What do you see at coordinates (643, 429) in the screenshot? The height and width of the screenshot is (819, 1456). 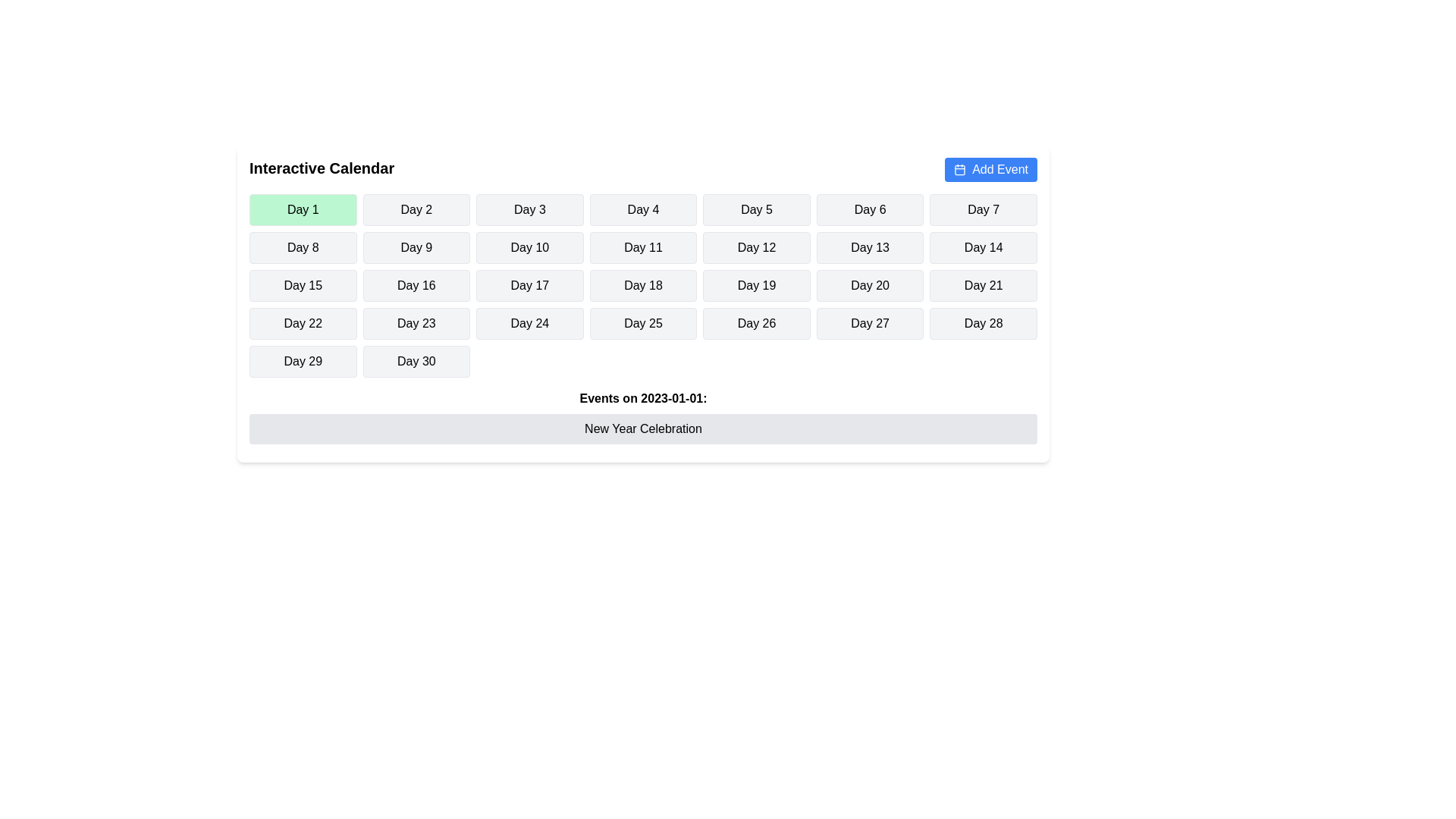 I see `event name displayed in the text box labeled 'New Year Celebration', which is located below the heading 'Events on 2023-01-01:'` at bounding box center [643, 429].